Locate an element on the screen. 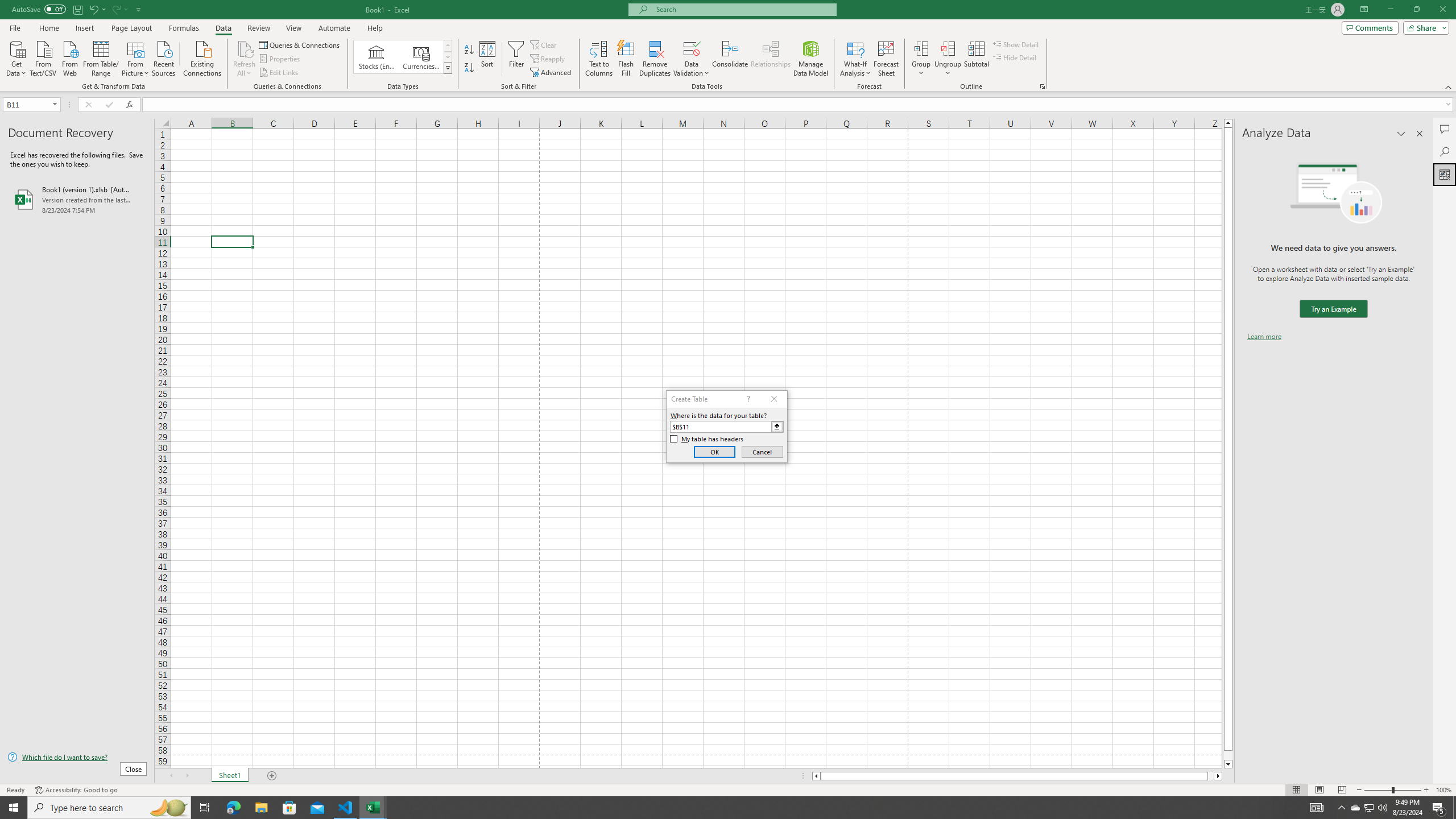  'Recent Sources' is located at coordinates (164, 57).